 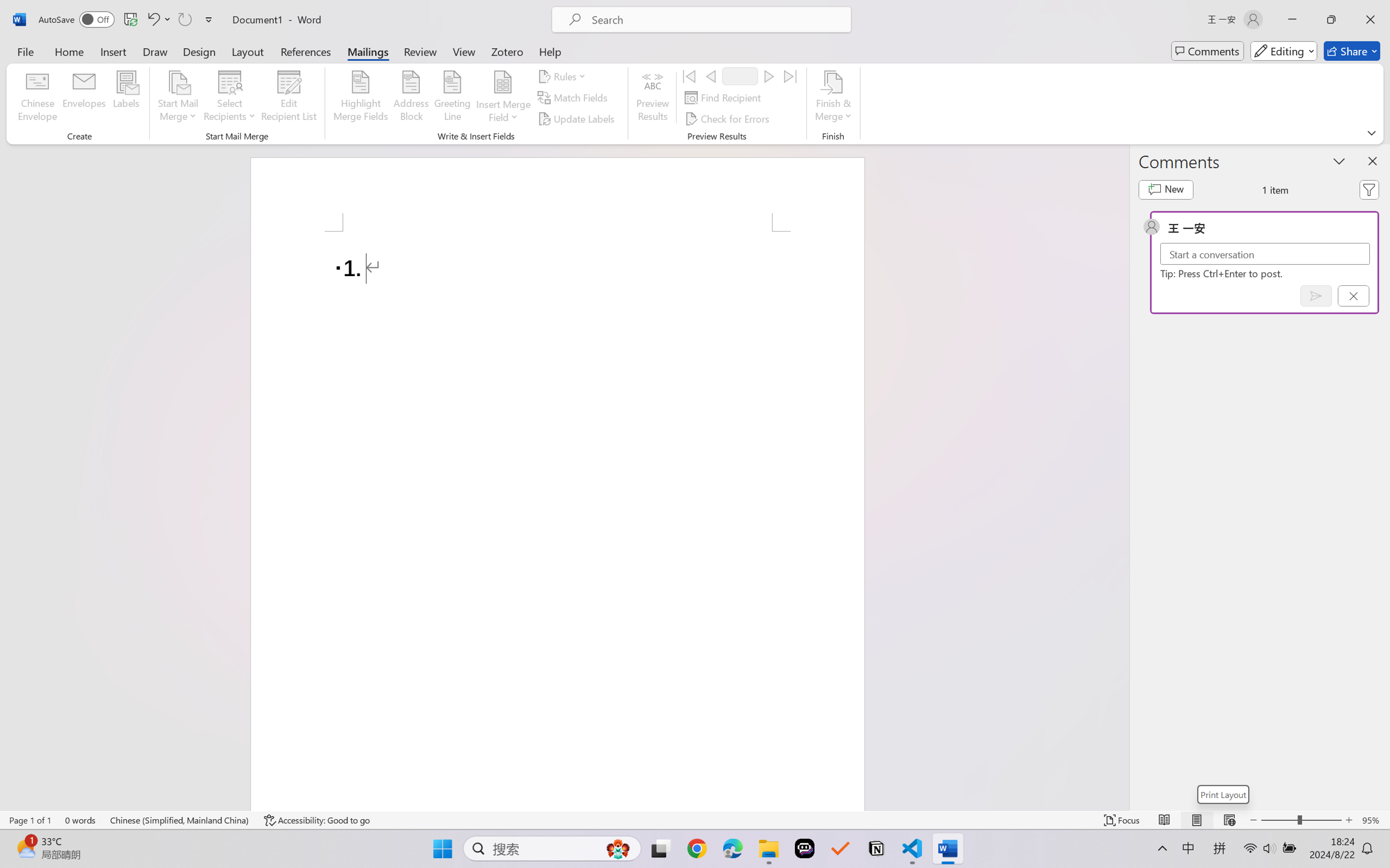 I want to click on 'Insert Merge Field', so click(x=503, y=98).